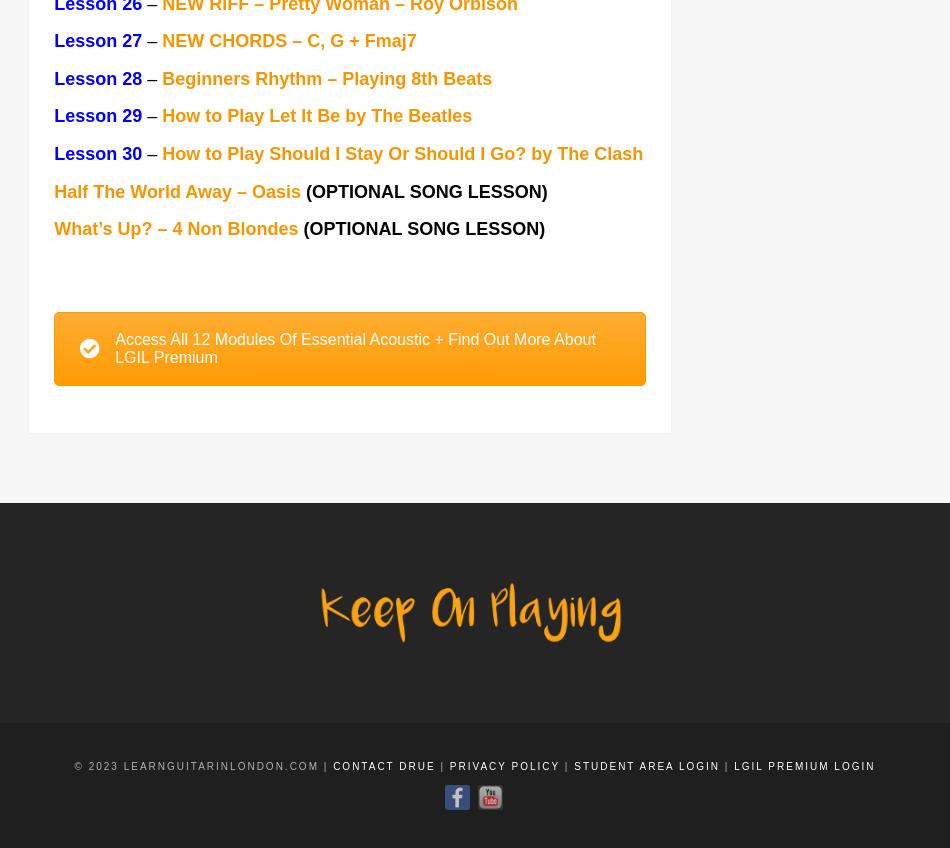 The image size is (950, 848). What do you see at coordinates (504, 767) in the screenshot?
I see `'Privacy Policy'` at bounding box center [504, 767].